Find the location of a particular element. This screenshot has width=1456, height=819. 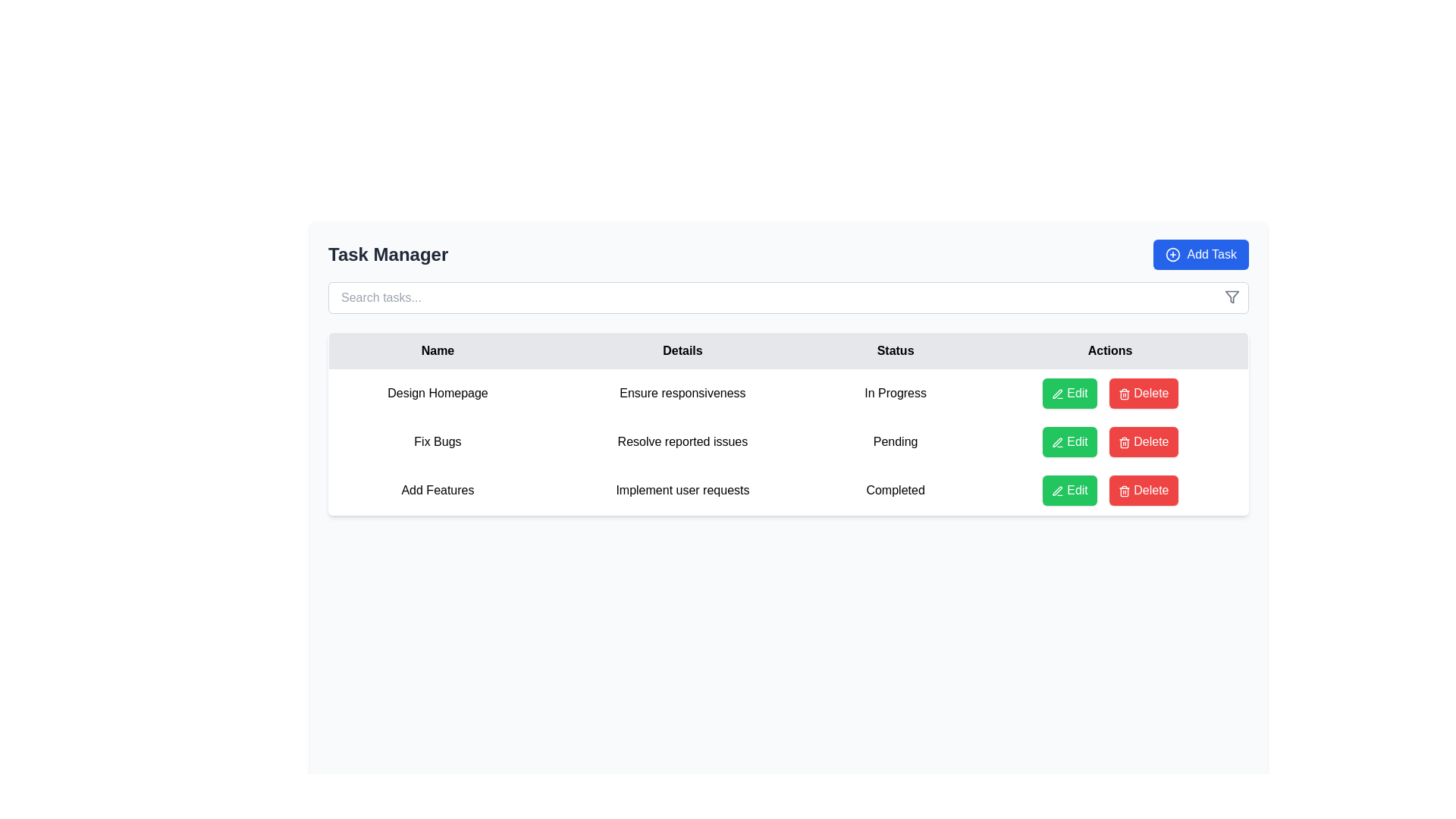

'Task Manager' header text, which is displayed in large, bold, dark gray letters at the top left corner of the interface is located at coordinates (388, 253).